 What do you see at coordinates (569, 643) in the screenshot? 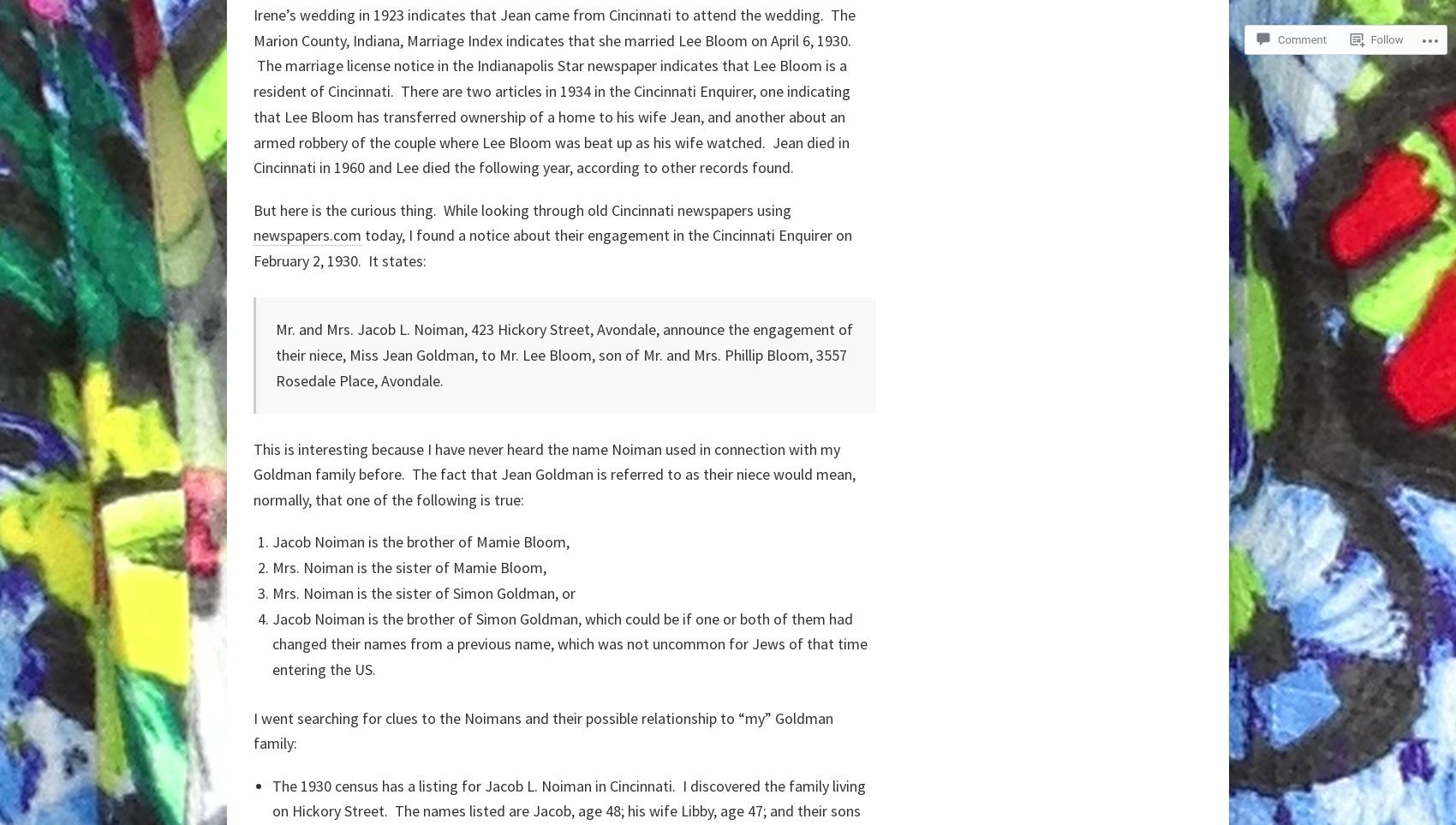
I see `'Jacob Noiman is the brother of Simon Goldman, which could be if one or both of them had changed their names from a previous name, which was not uncommon for Jews of that time entering the US.'` at bounding box center [569, 643].